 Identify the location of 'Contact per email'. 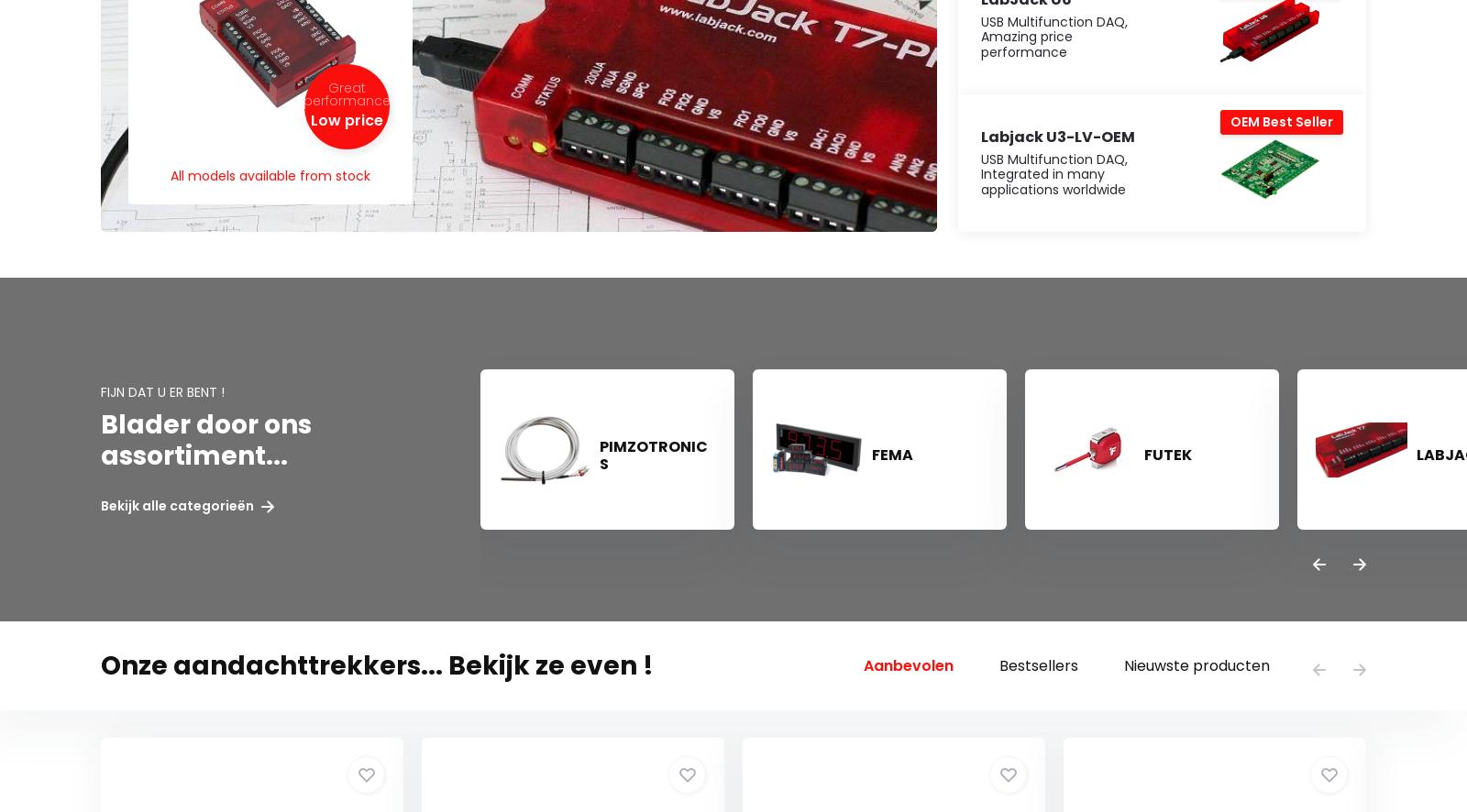
(120, 79).